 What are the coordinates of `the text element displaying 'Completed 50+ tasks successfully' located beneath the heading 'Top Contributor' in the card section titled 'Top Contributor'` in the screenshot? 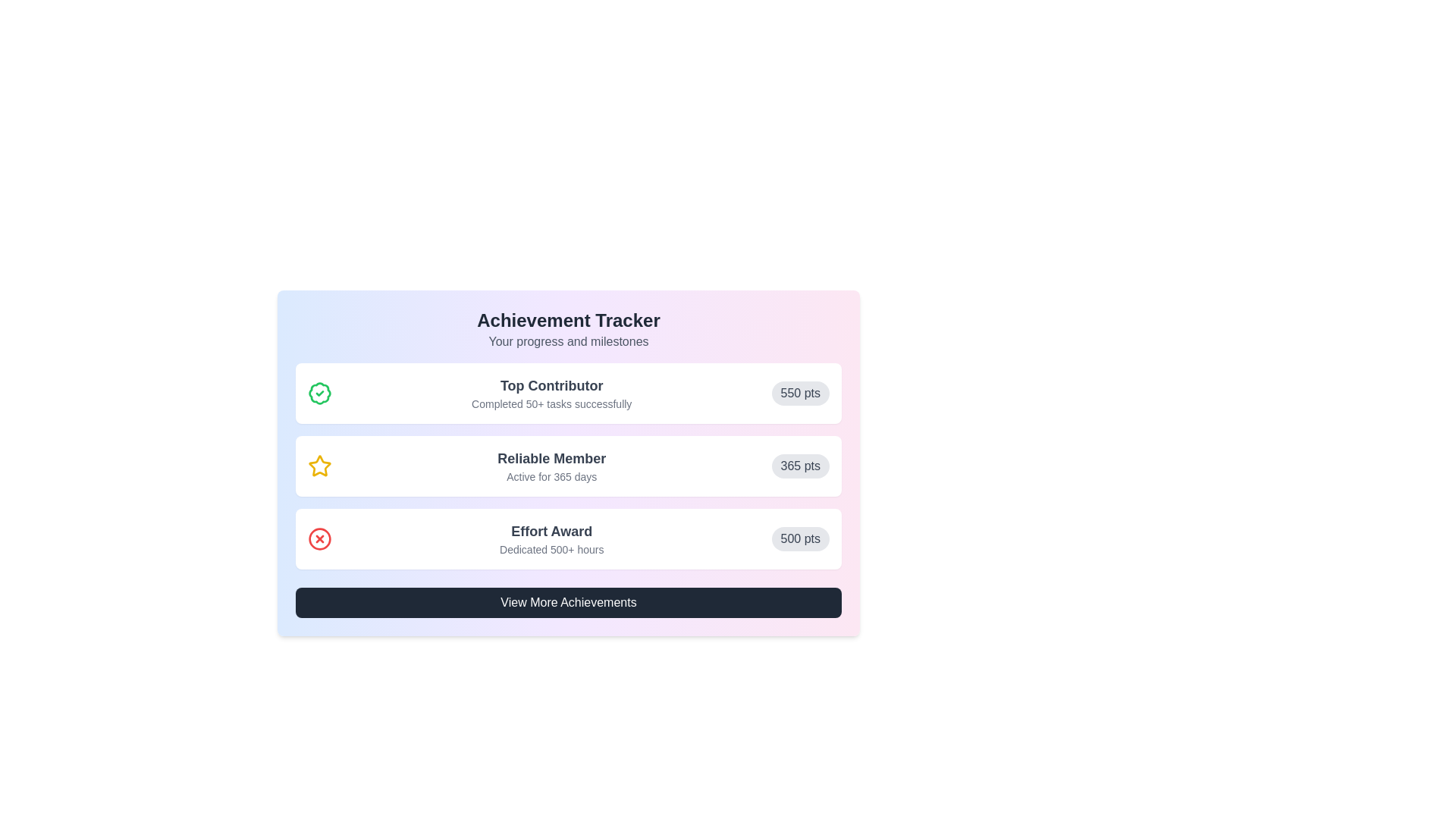 It's located at (551, 403).